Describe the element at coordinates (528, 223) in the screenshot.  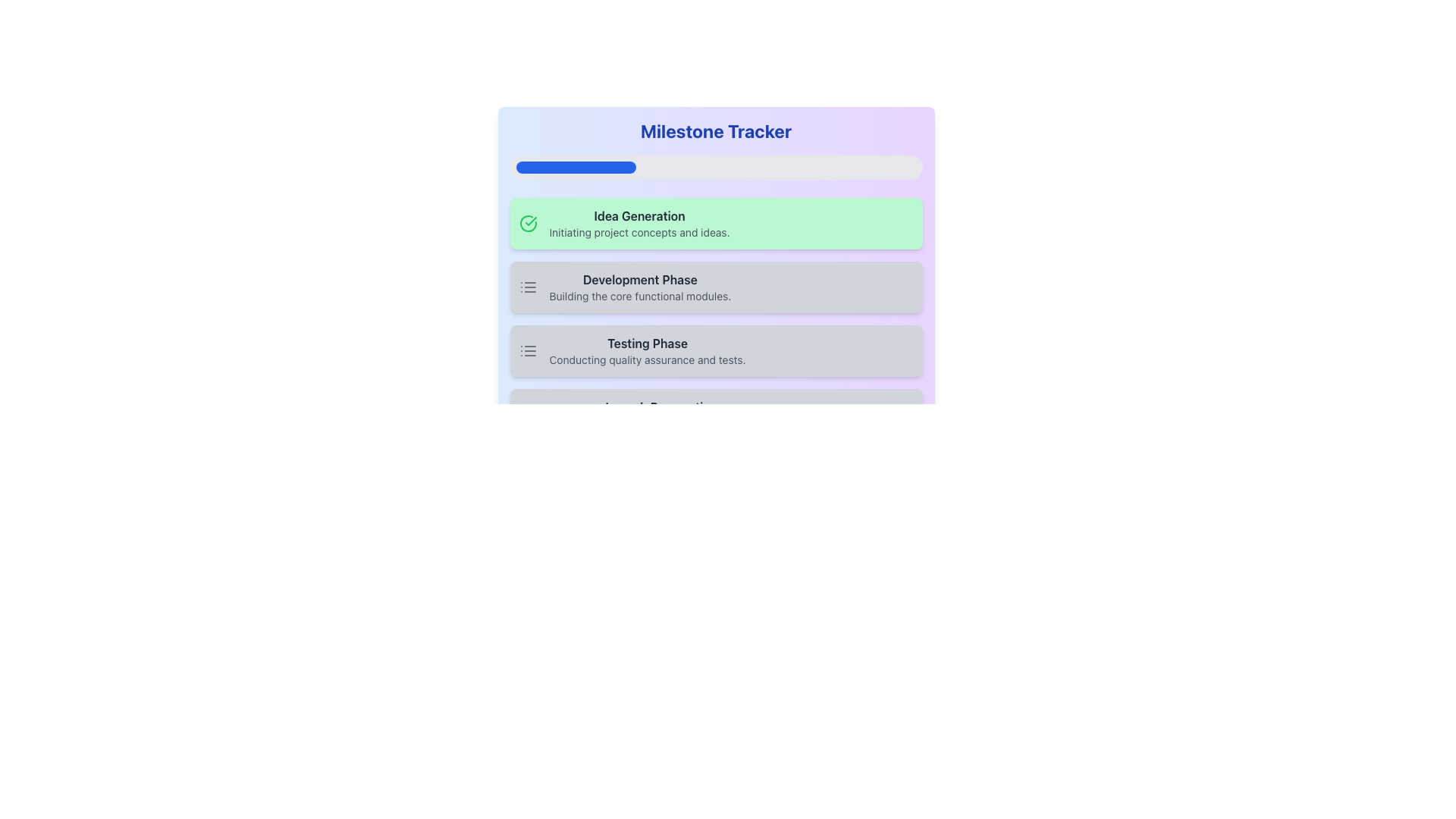
I see `the checkmark icon located within the green-shaded section labeled 'Idea Generation' in the progress tracker interface` at that location.